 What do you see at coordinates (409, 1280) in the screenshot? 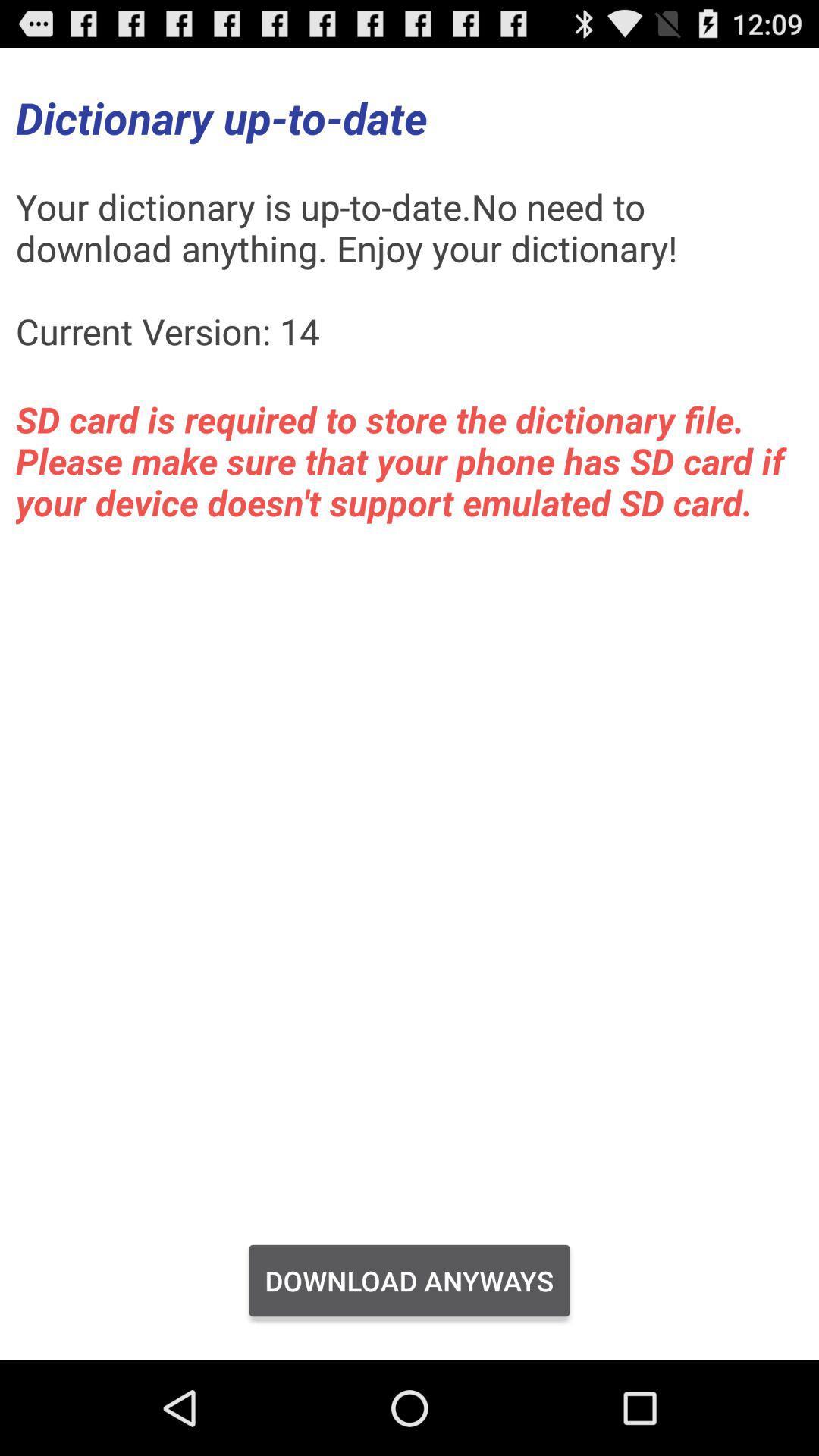
I see `item at the bottom` at bounding box center [409, 1280].